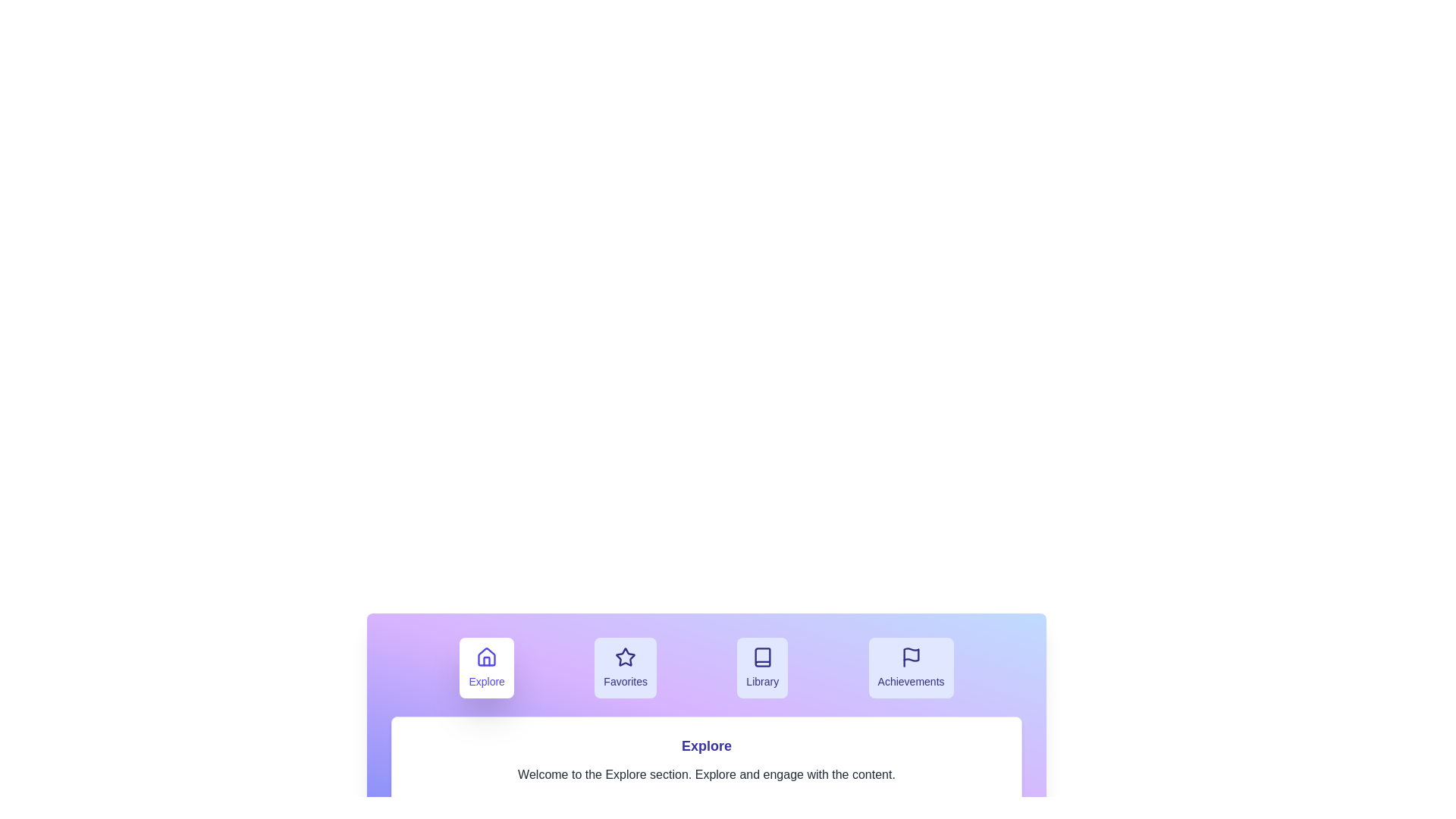 This screenshot has width=1456, height=819. I want to click on the Favorites tab by clicking its button, so click(626, 667).